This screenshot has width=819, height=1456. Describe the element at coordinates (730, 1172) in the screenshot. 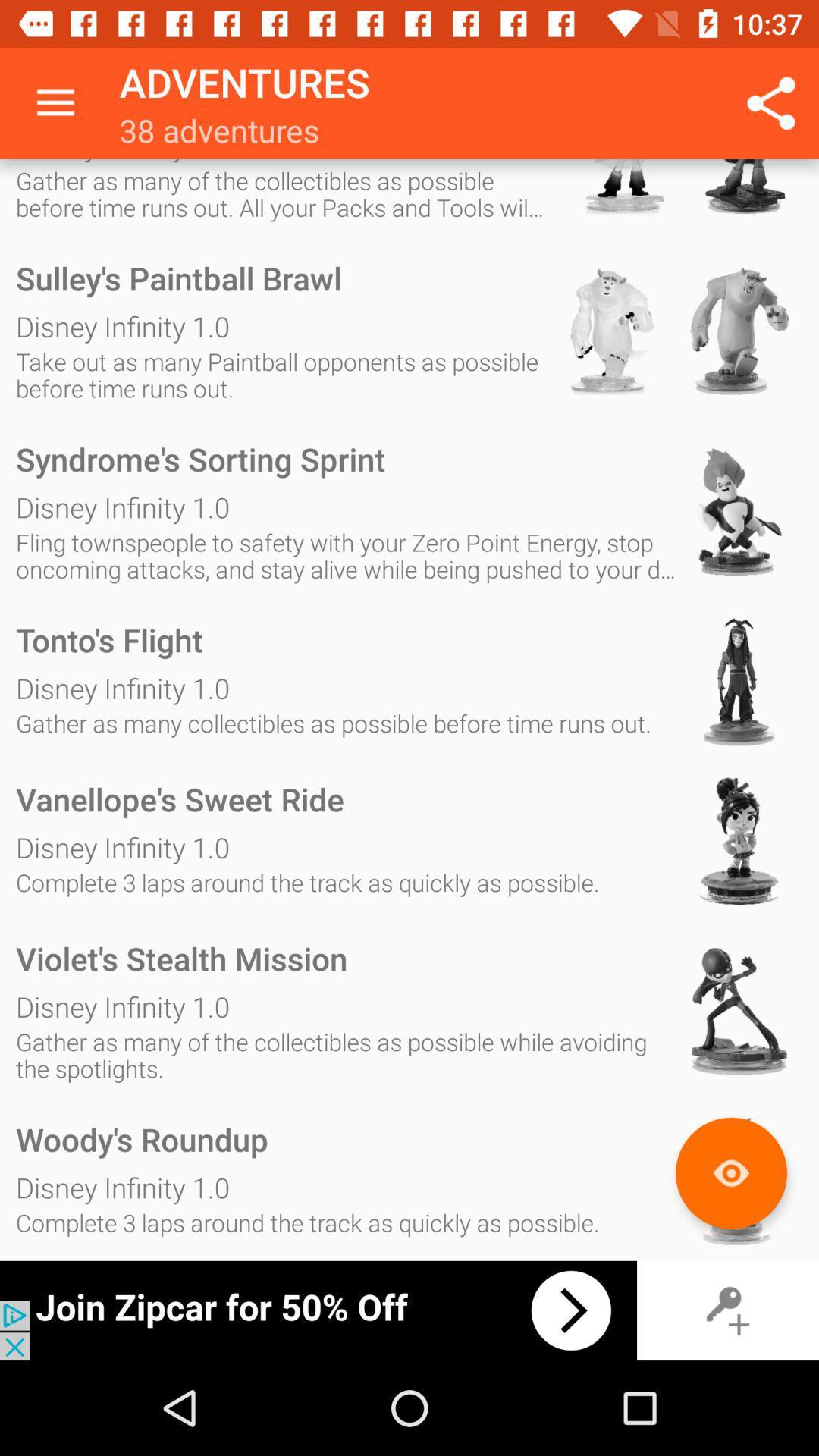

I see `search button` at that location.